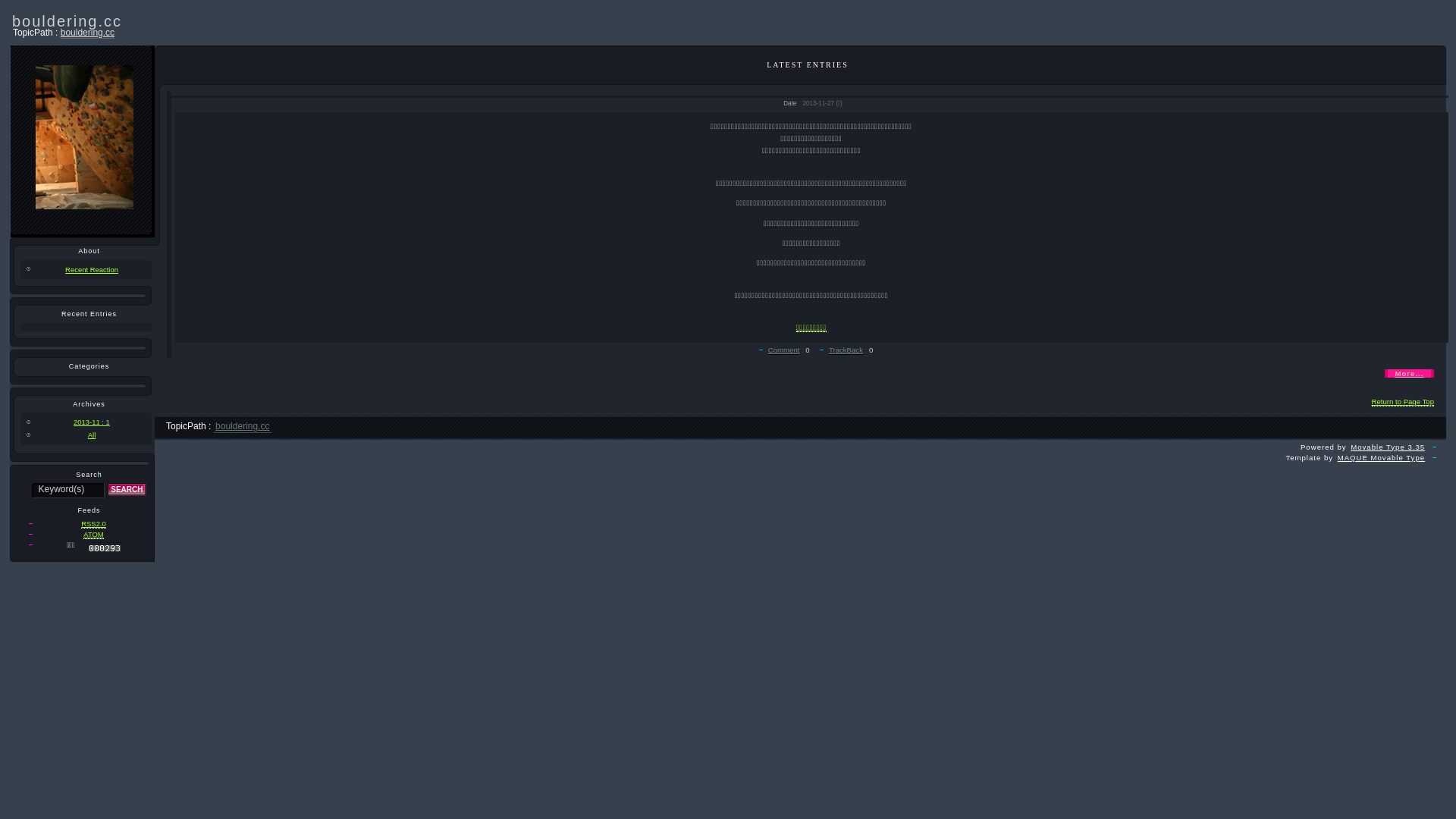 Image resolution: width=1456 pixels, height=819 pixels. What do you see at coordinates (1401, 400) in the screenshot?
I see `'Return to Page Top'` at bounding box center [1401, 400].